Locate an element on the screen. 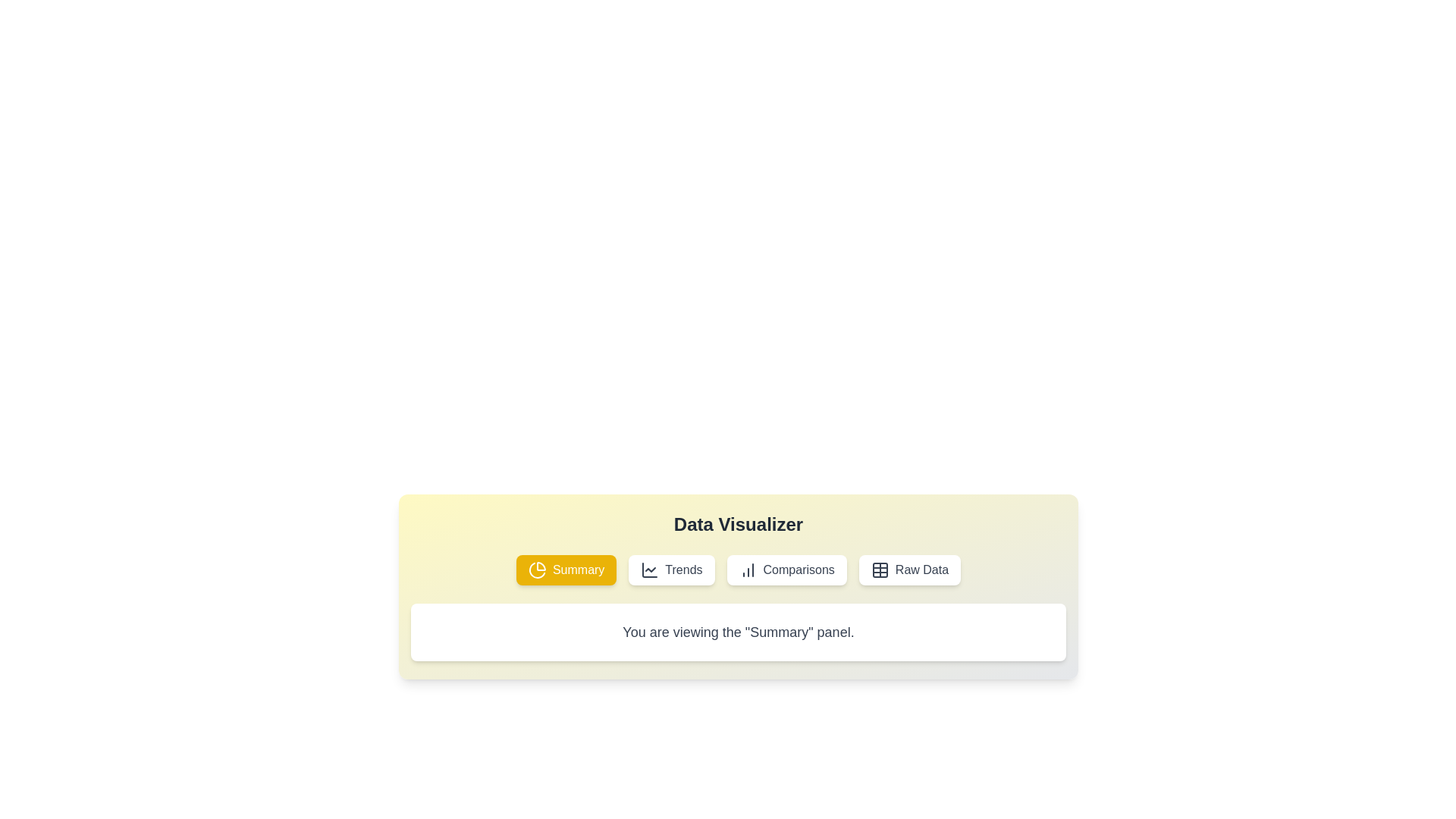 This screenshot has width=1456, height=819. text of the label element that serves as the title or heading for the data visualization section, positioned at the top-center above the buttons and descriptive text is located at coordinates (739, 523).